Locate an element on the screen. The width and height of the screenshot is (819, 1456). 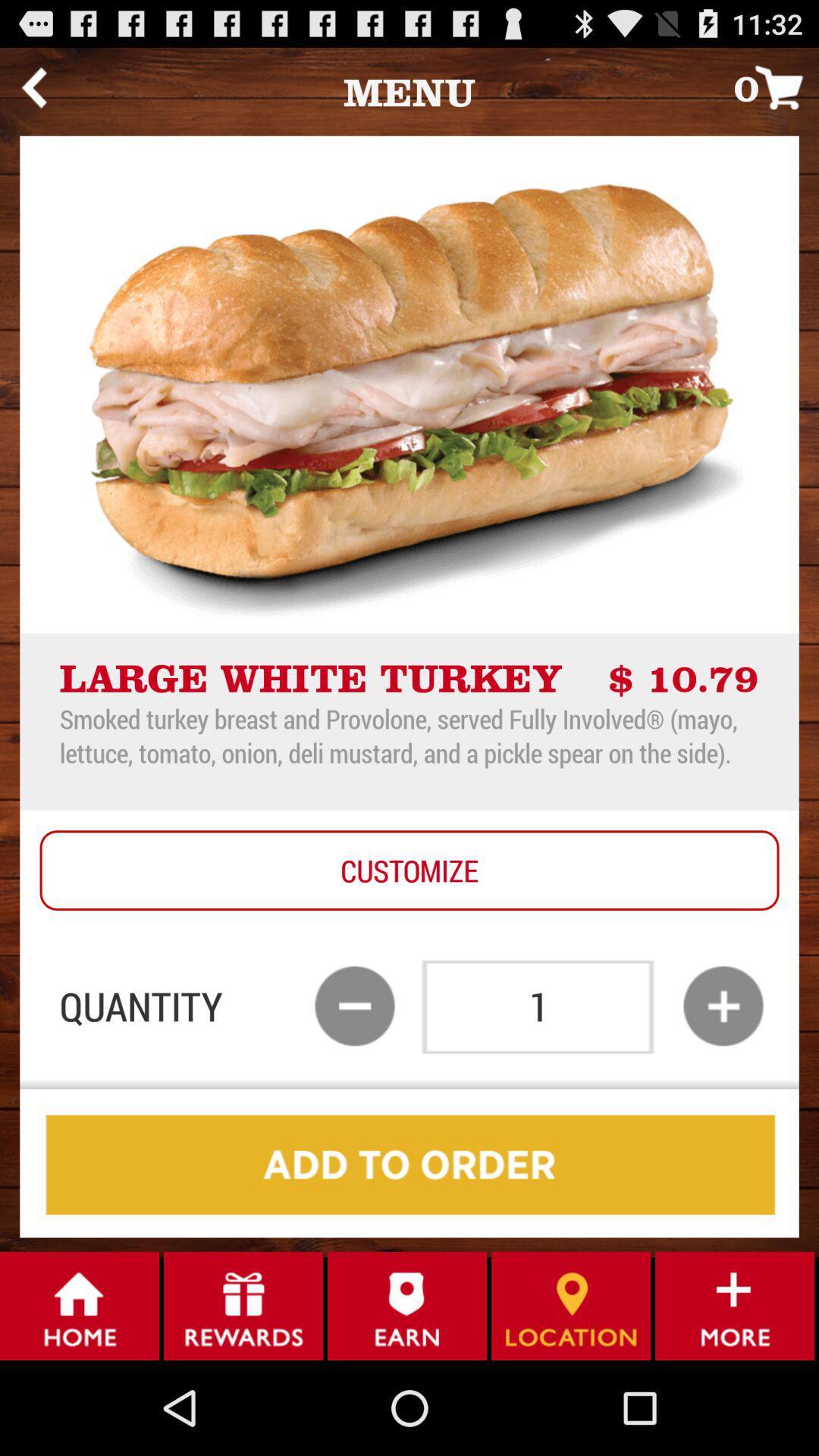
the icon next to the menu icon is located at coordinates (33, 86).